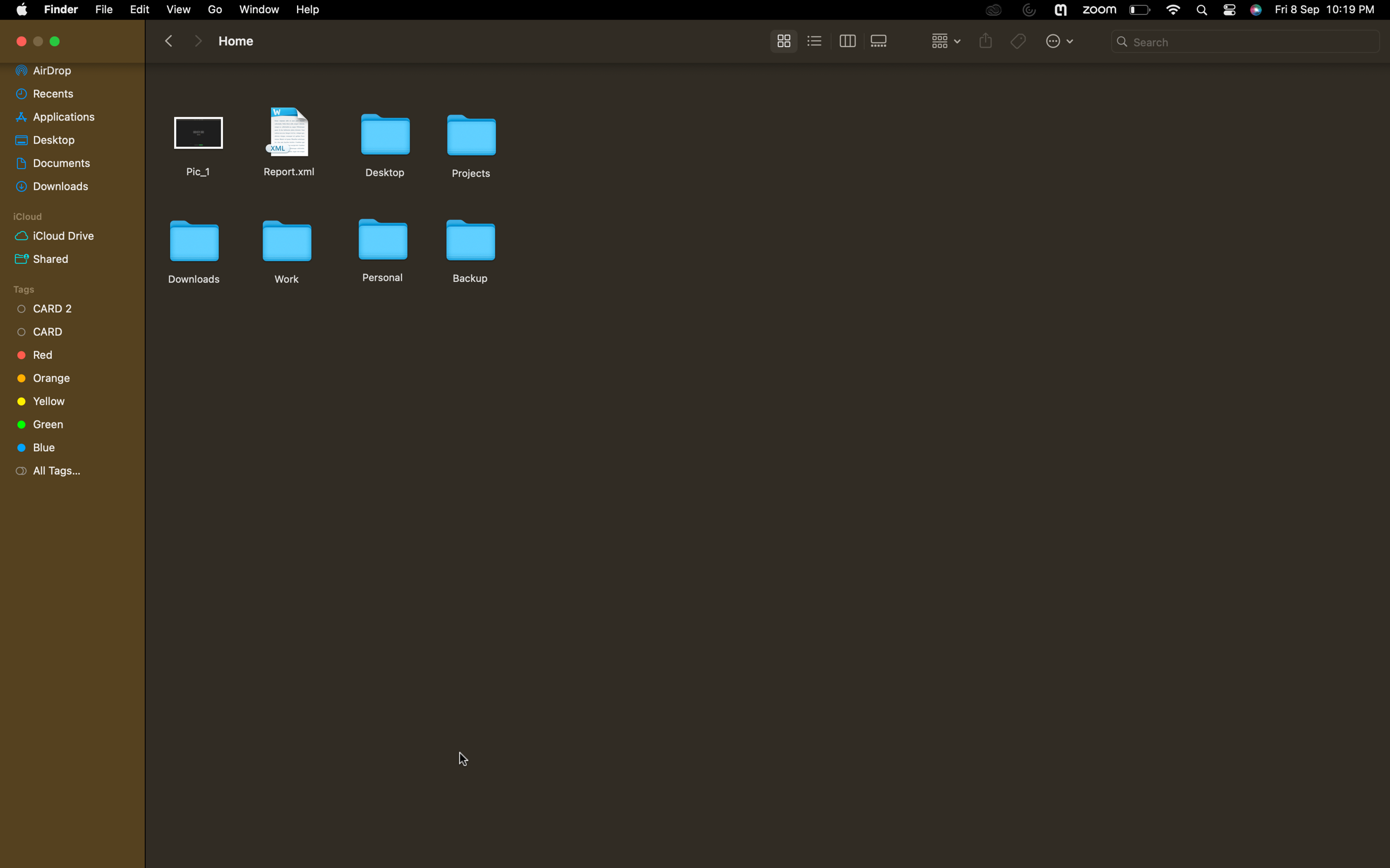 This screenshot has height=868, width=1390. I want to click on Terminate the active window, so click(21, 42).